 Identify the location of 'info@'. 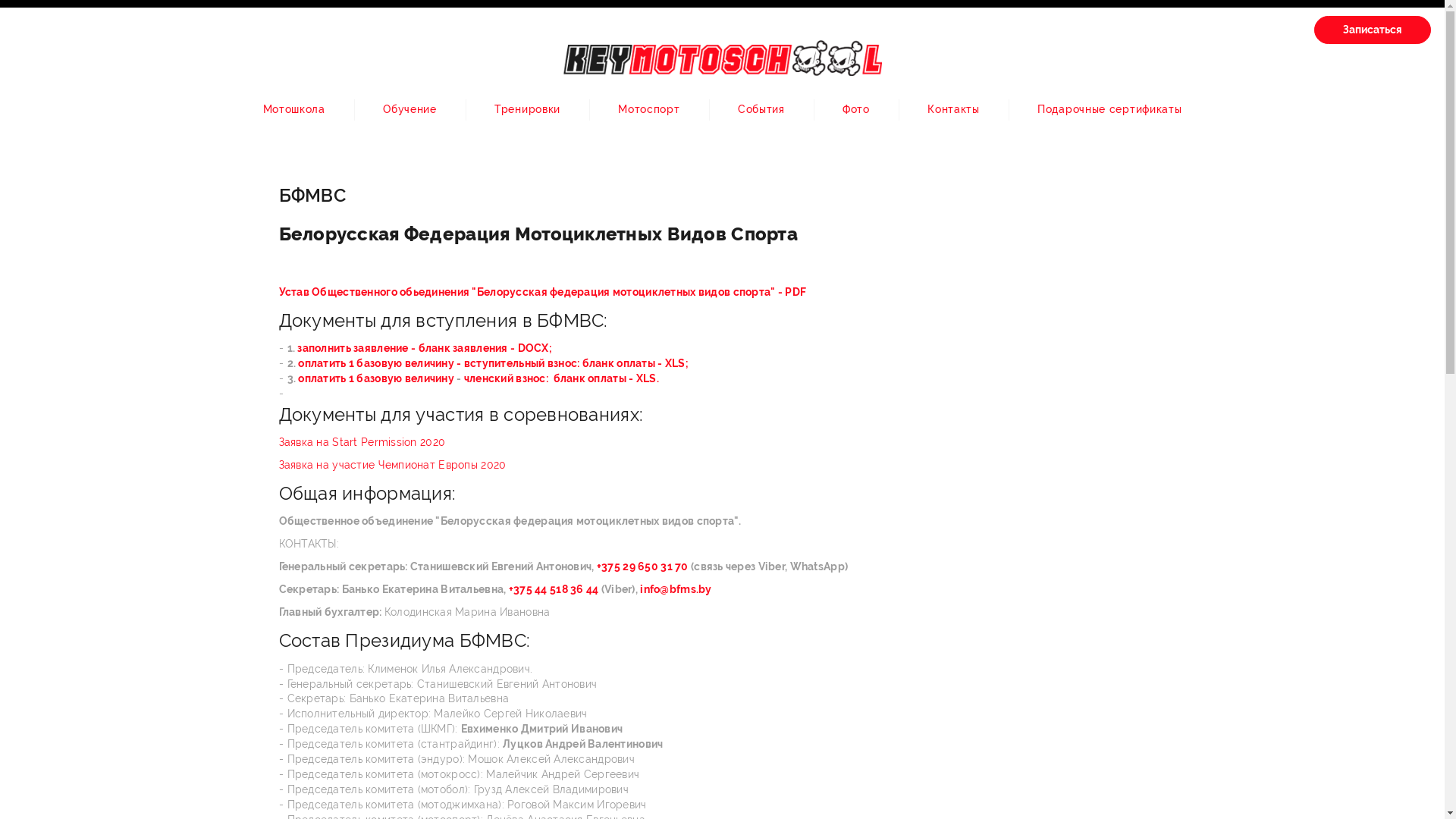
(654, 588).